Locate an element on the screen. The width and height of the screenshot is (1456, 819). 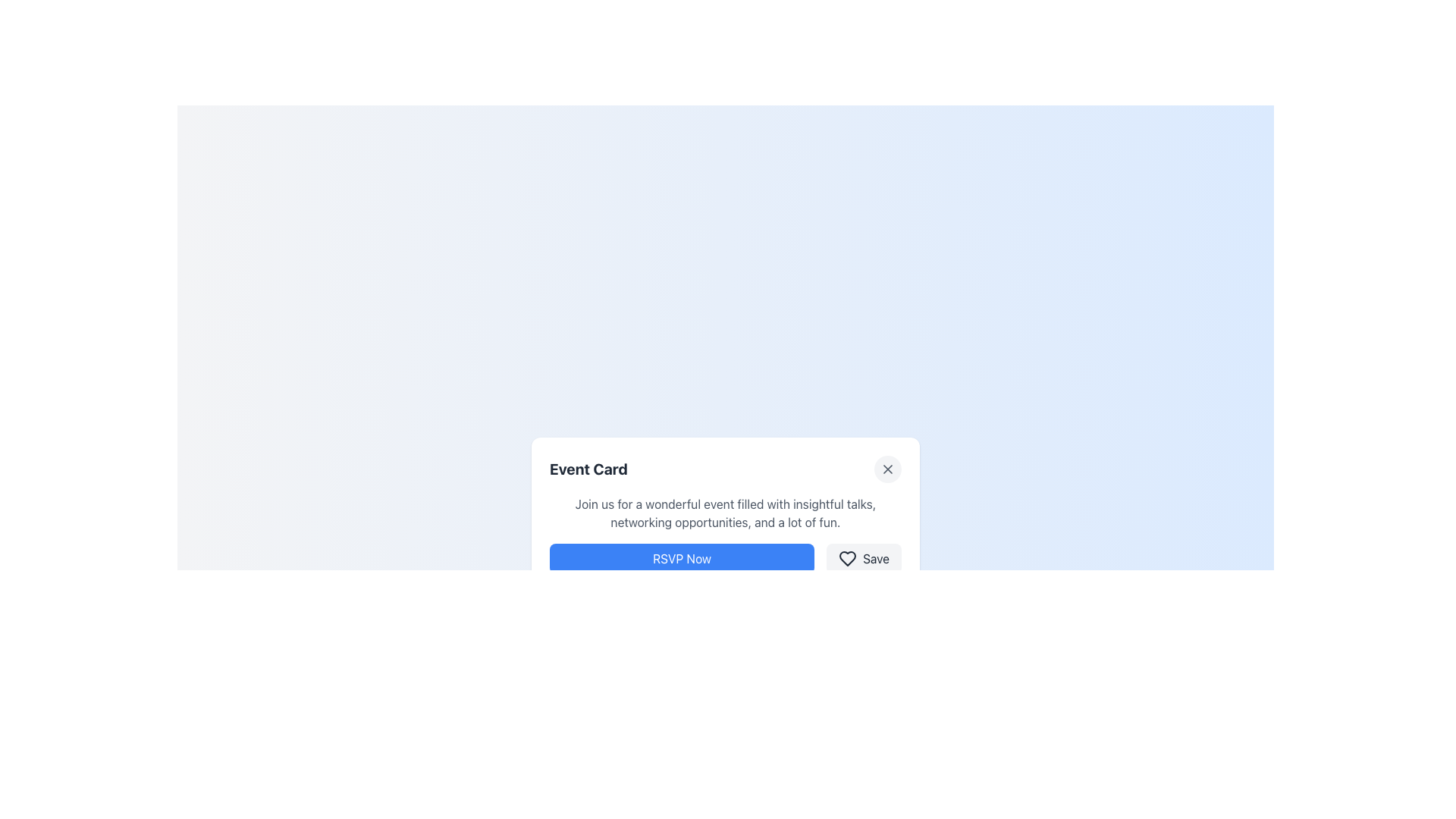
the text block containing the message 'Join us for a wonderful event filled with insightful talks, networking opportunities, and a lot of fun.', which is located centrally within the modal card below the title 'Event Card' and above the buttons 'RSVP Now' and 'Save' is located at coordinates (724, 513).